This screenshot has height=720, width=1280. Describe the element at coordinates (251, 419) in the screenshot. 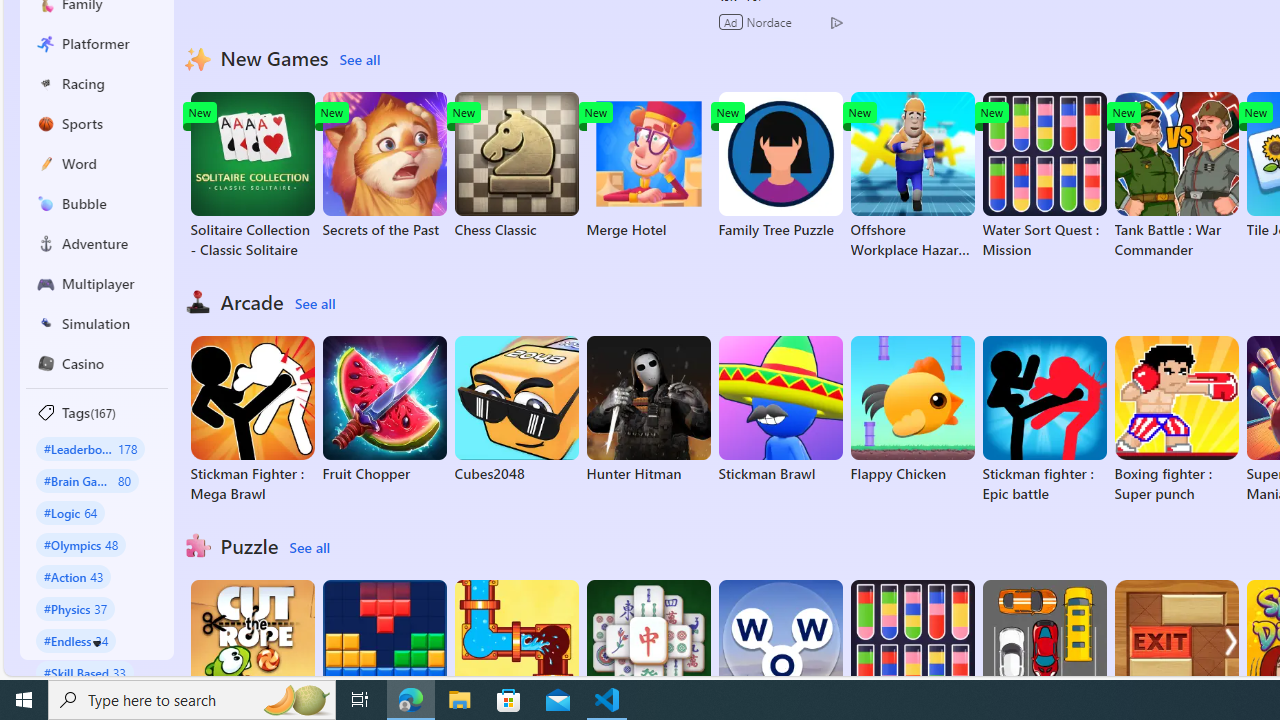

I see `'Stickman Fighter : Mega Brawl'` at that location.